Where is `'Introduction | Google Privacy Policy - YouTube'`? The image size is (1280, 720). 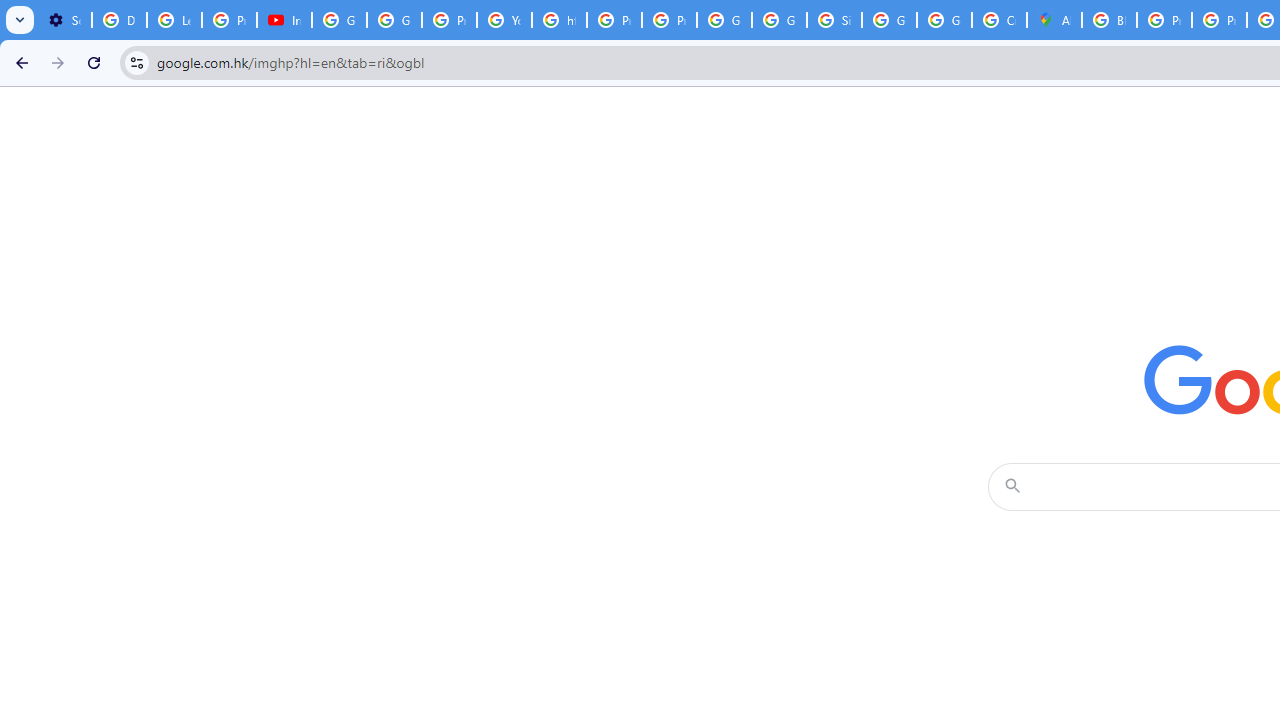
'Introduction | Google Privacy Policy - YouTube' is located at coordinates (283, 20).